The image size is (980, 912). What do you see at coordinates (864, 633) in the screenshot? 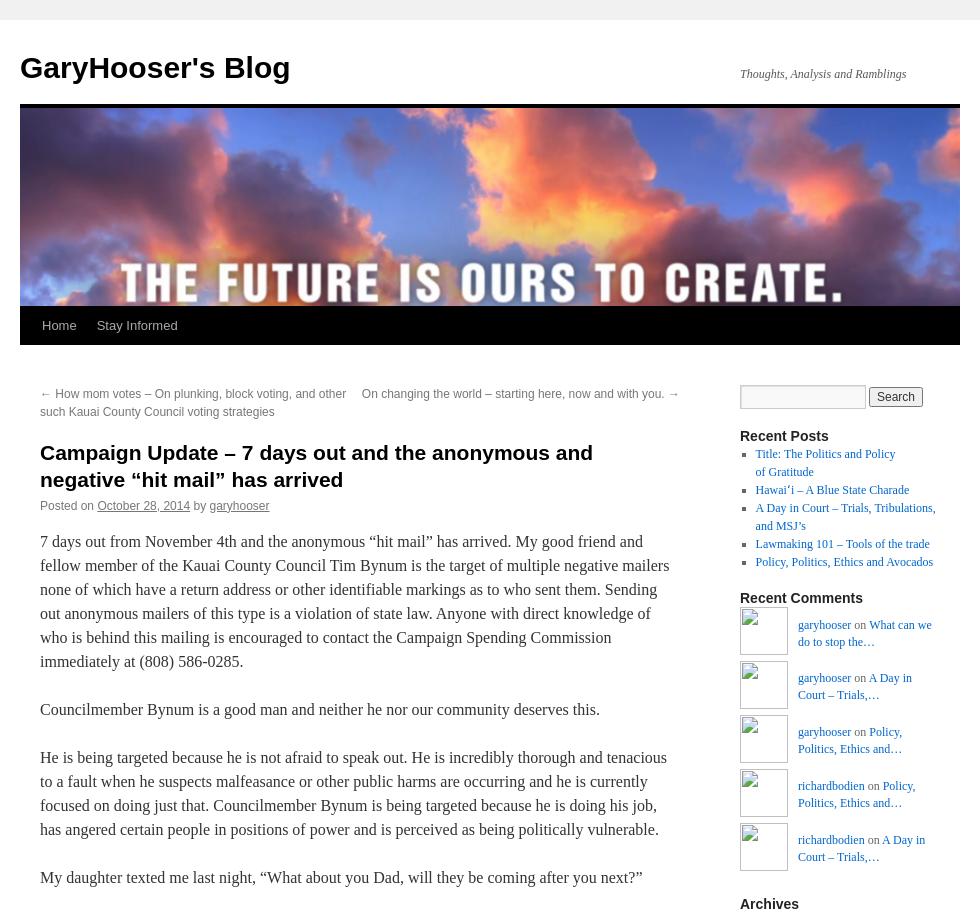
I see `'What can we do to stop the…'` at bounding box center [864, 633].